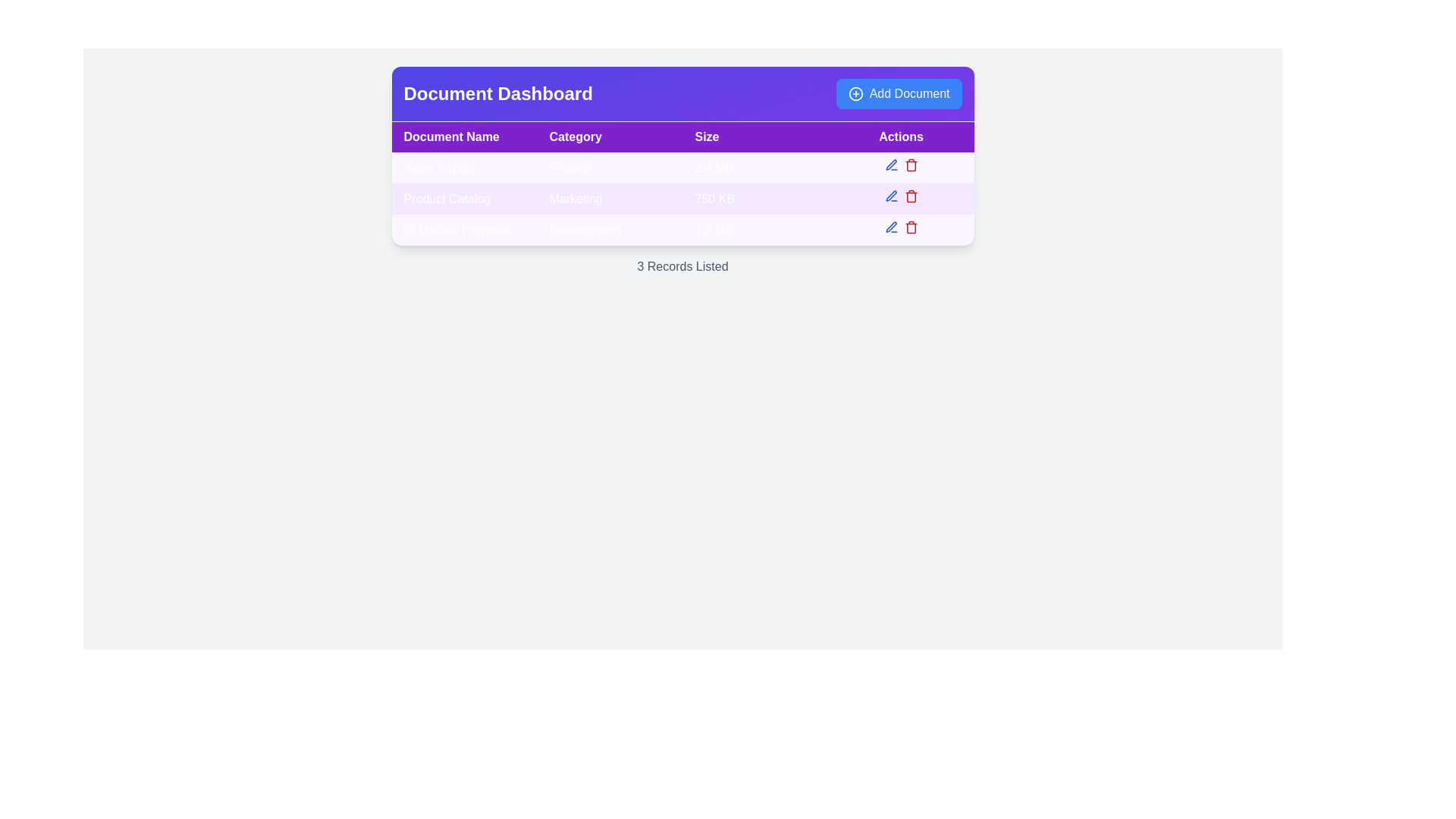 Image resolution: width=1456 pixels, height=819 pixels. I want to click on the header label for the 'Actions' column located at the far-right end of the table header row, which is the fourth label among its siblings, so click(901, 137).